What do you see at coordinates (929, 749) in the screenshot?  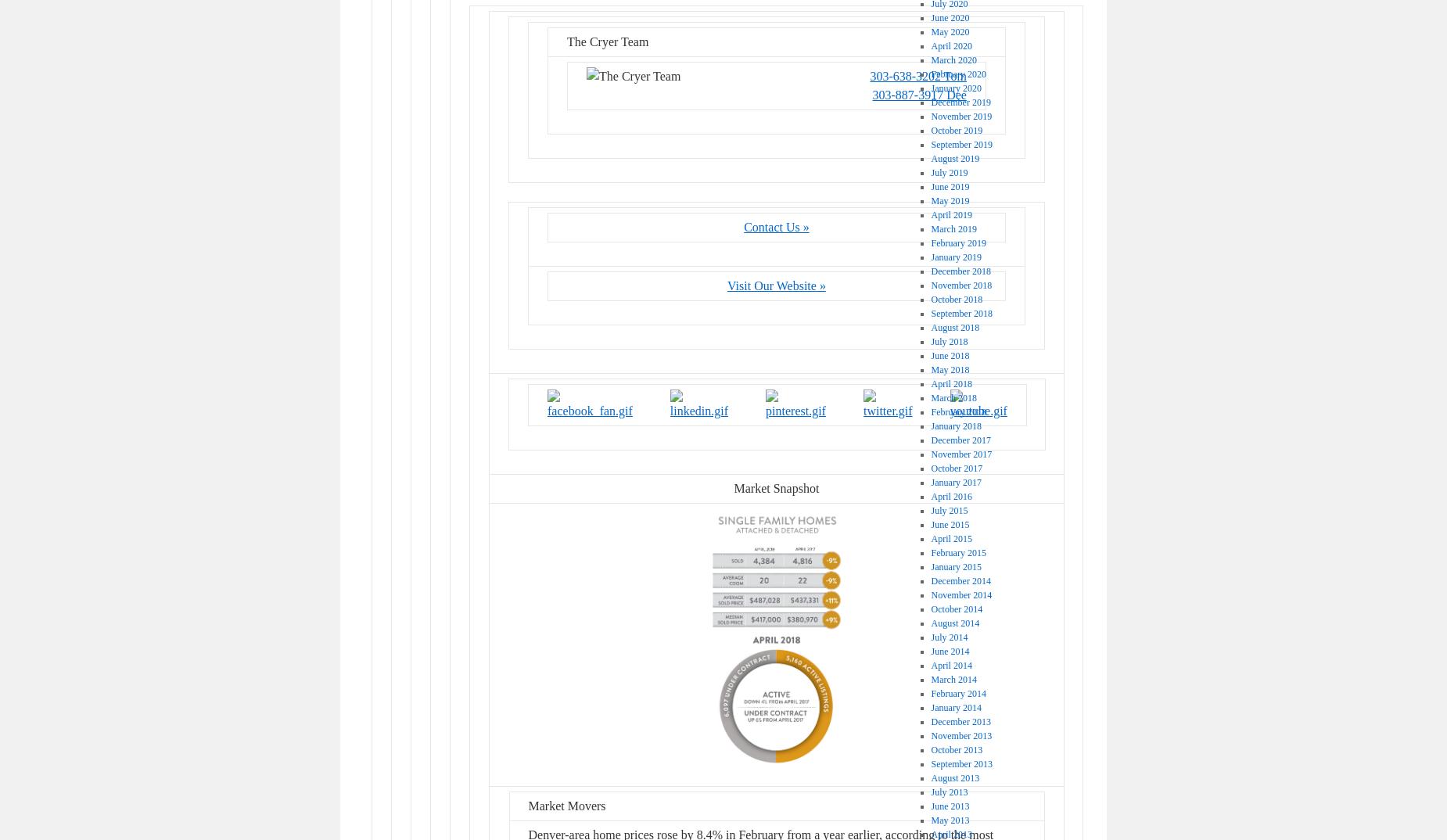 I see `'October 2013'` at bounding box center [929, 749].